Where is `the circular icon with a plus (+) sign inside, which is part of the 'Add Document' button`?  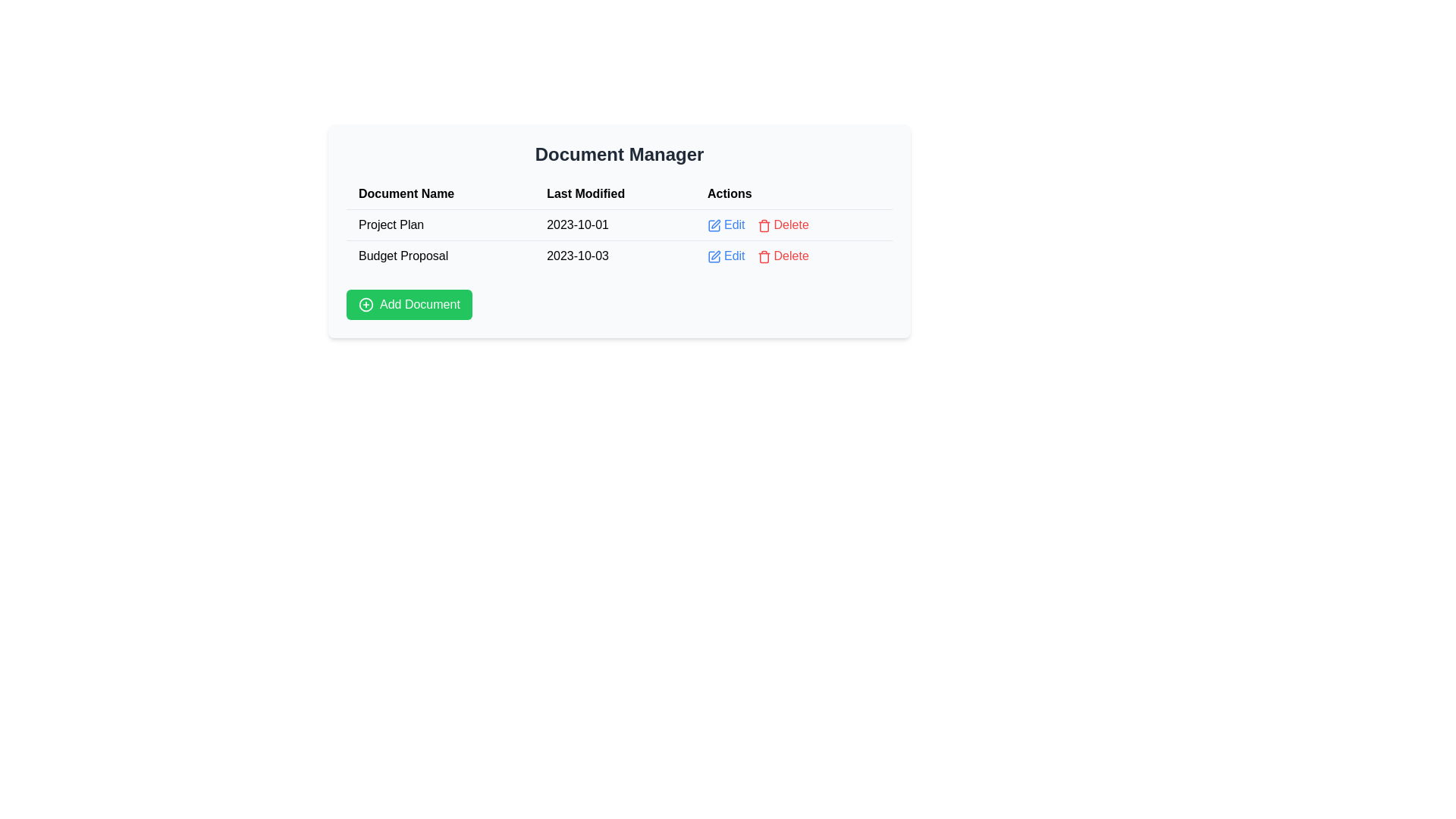
the circular icon with a plus (+) sign inside, which is part of the 'Add Document' button is located at coordinates (366, 304).